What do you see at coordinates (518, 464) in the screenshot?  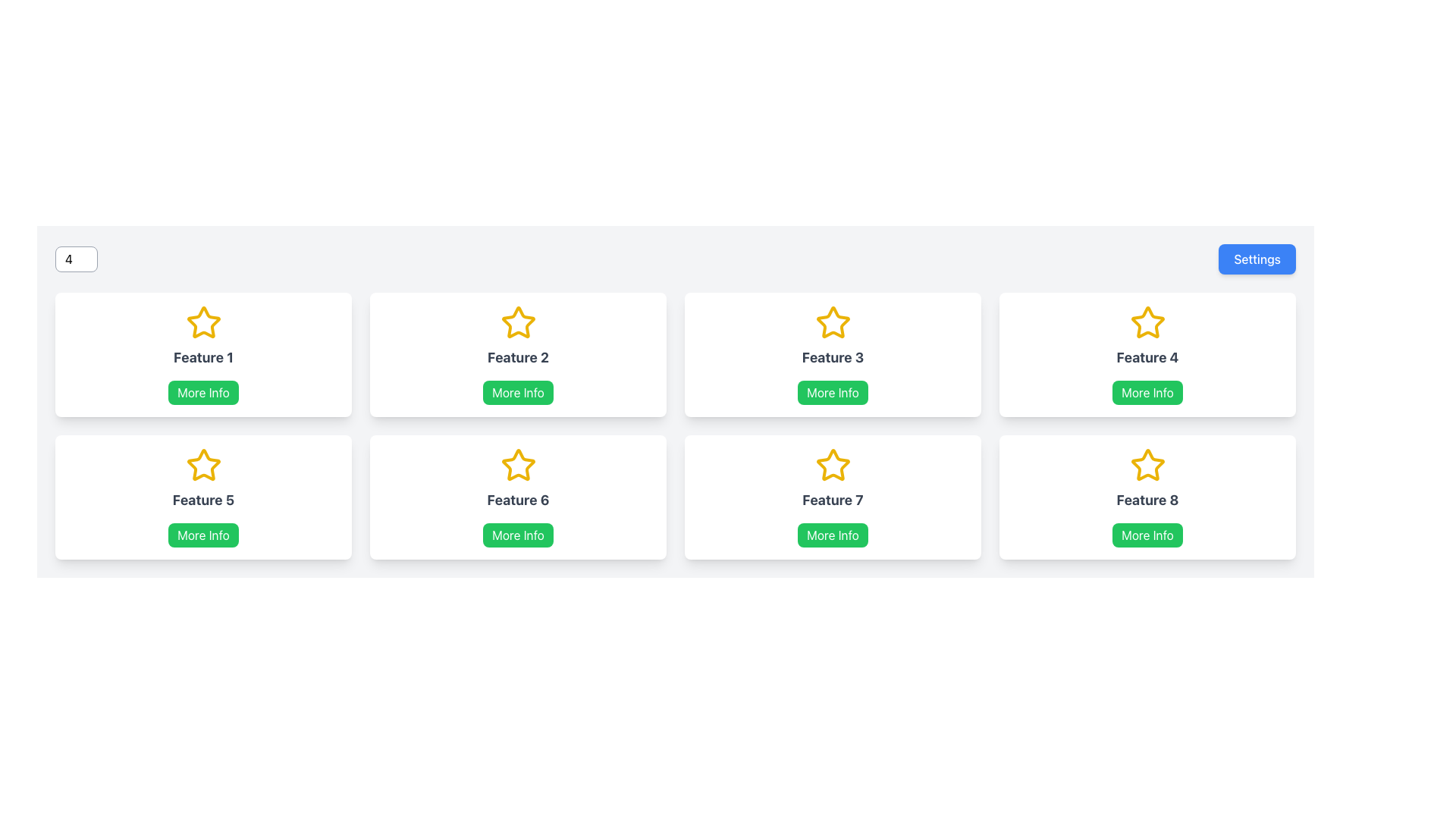 I see `the Icon that serves as a visual indicator for 'Feature 6', which is centrally aligned at the top of its card, above the title and the 'More Info' button` at bounding box center [518, 464].